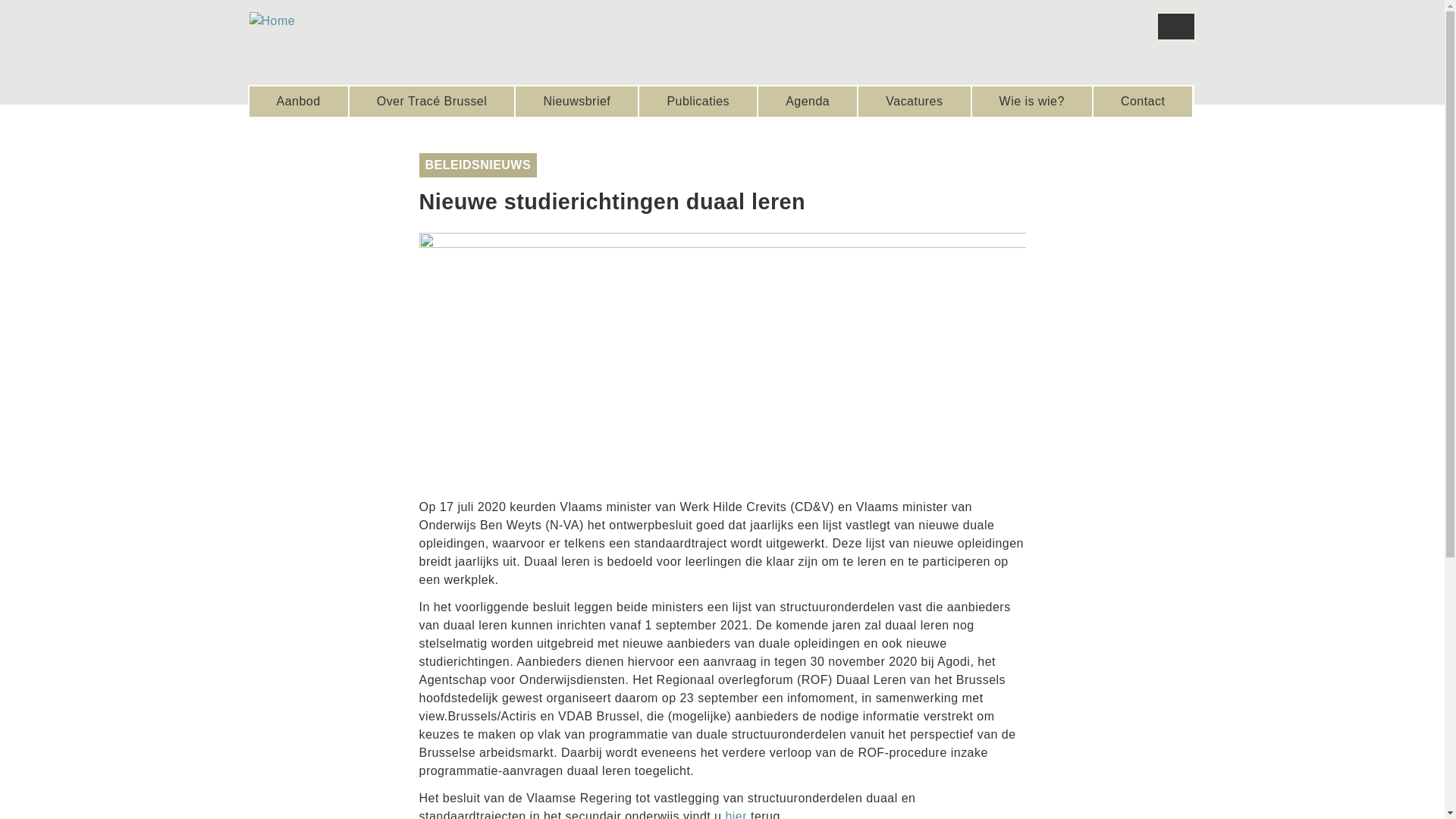  Describe the element at coordinates (576, 102) in the screenshot. I see `'Nieuwsbrief'` at that location.